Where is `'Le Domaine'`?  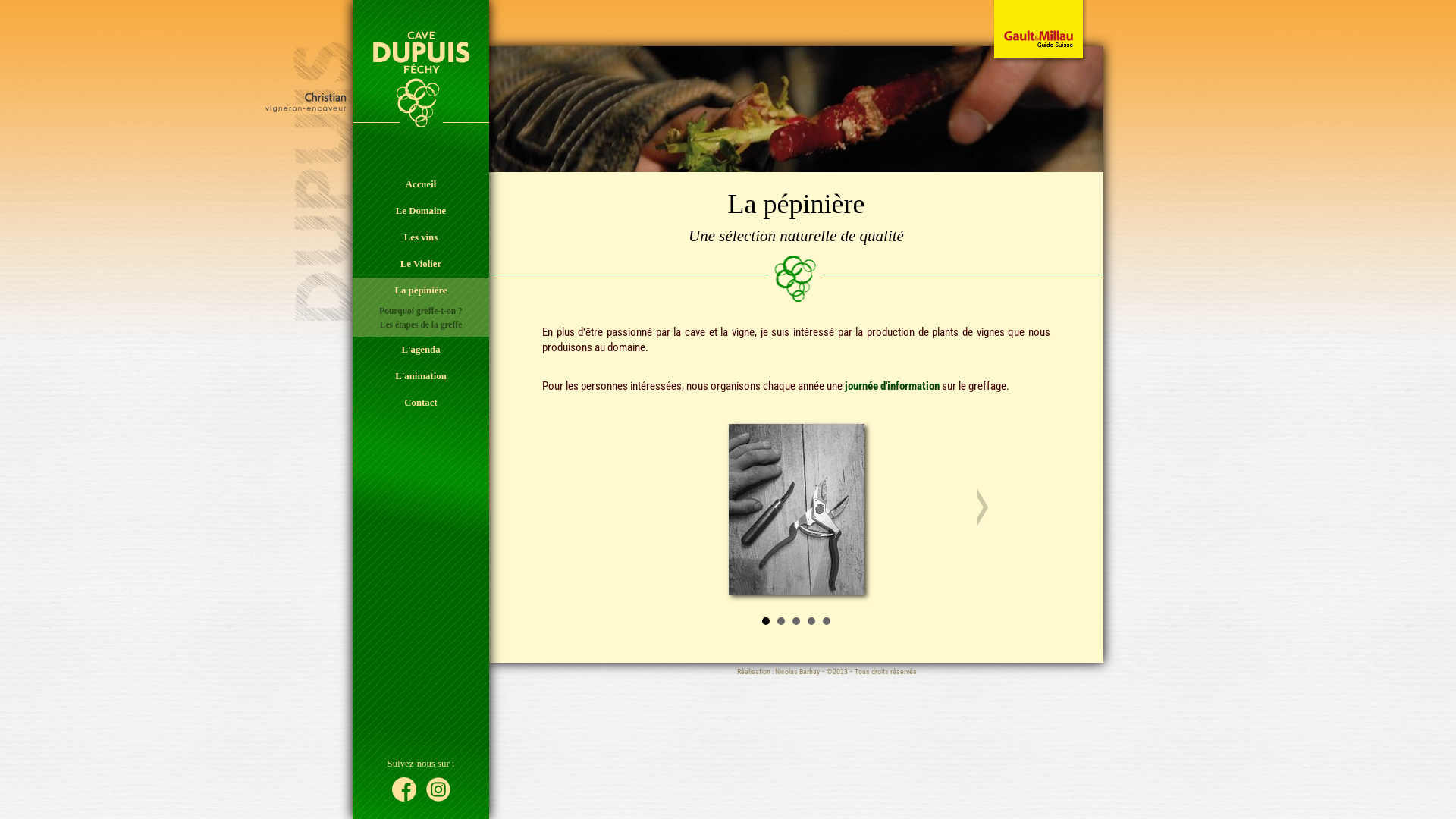
'Le Domaine' is located at coordinates (421, 211).